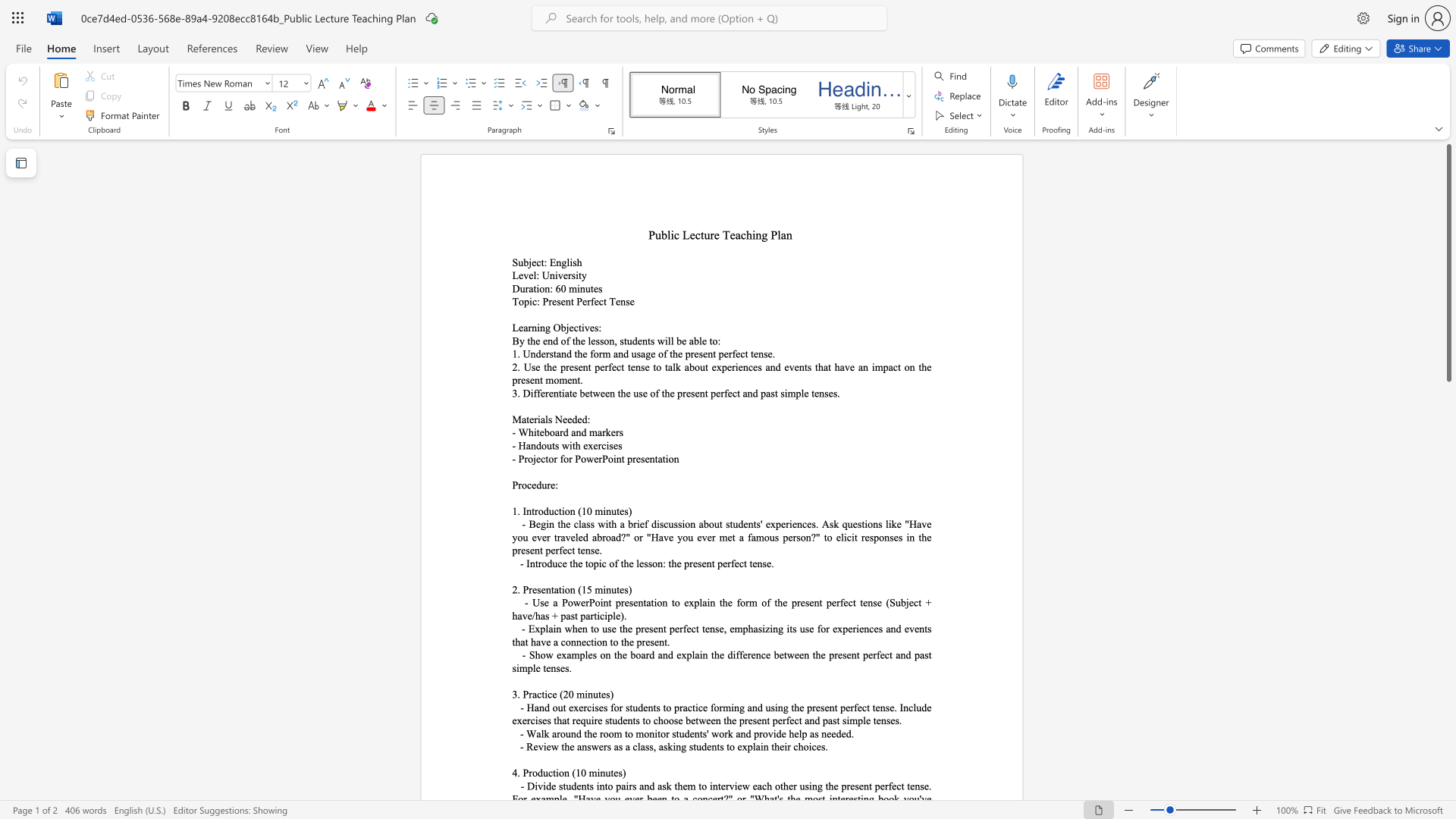 Image resolution: width=1456 pixels, height=819 pixels. I want to click on the scrollbar to slide the page down, so click(1448, 409).